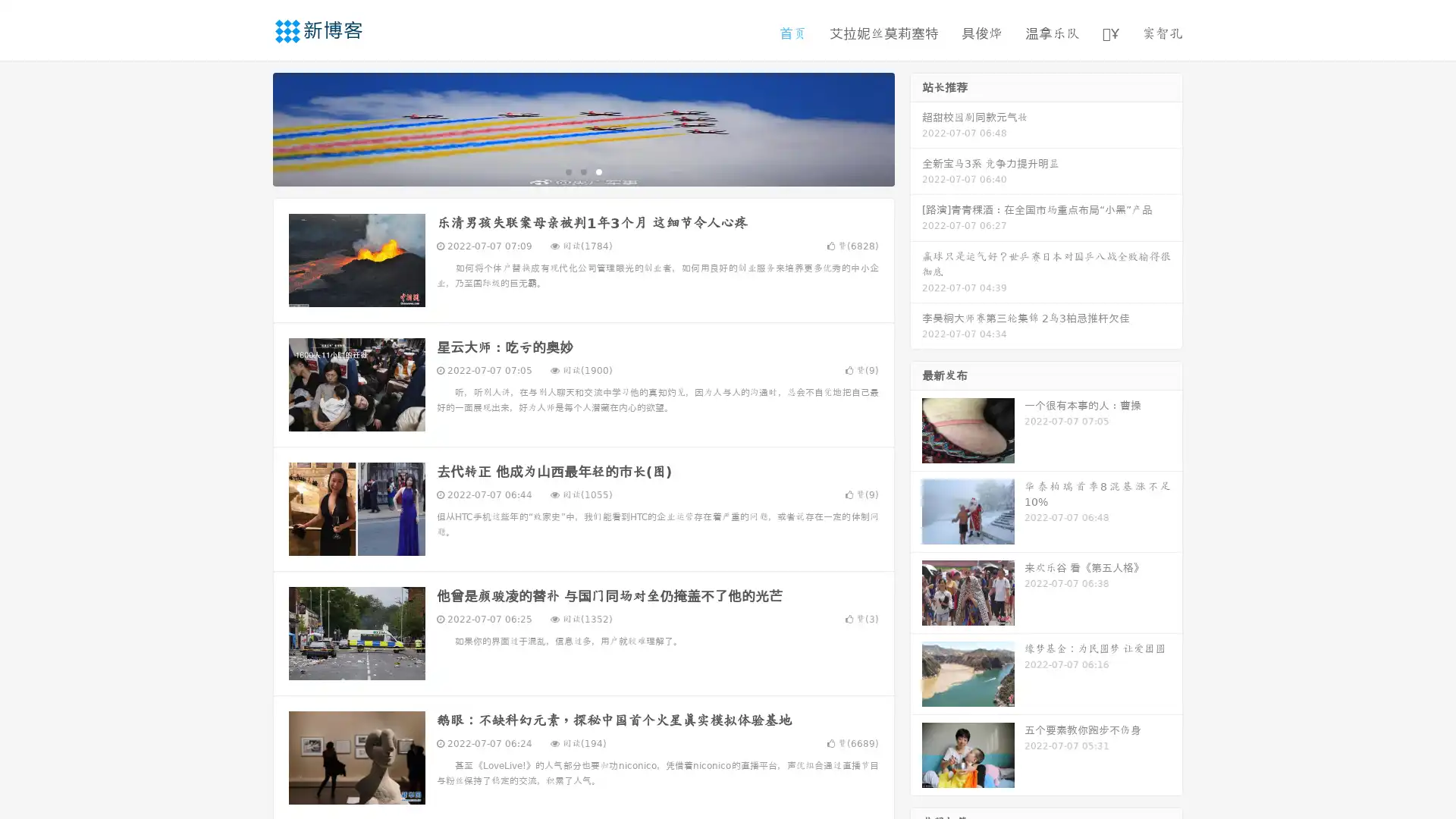 The height and width of the screenshot is (819, 1456). I want to click on Go to slide 1, so click(567, 171).